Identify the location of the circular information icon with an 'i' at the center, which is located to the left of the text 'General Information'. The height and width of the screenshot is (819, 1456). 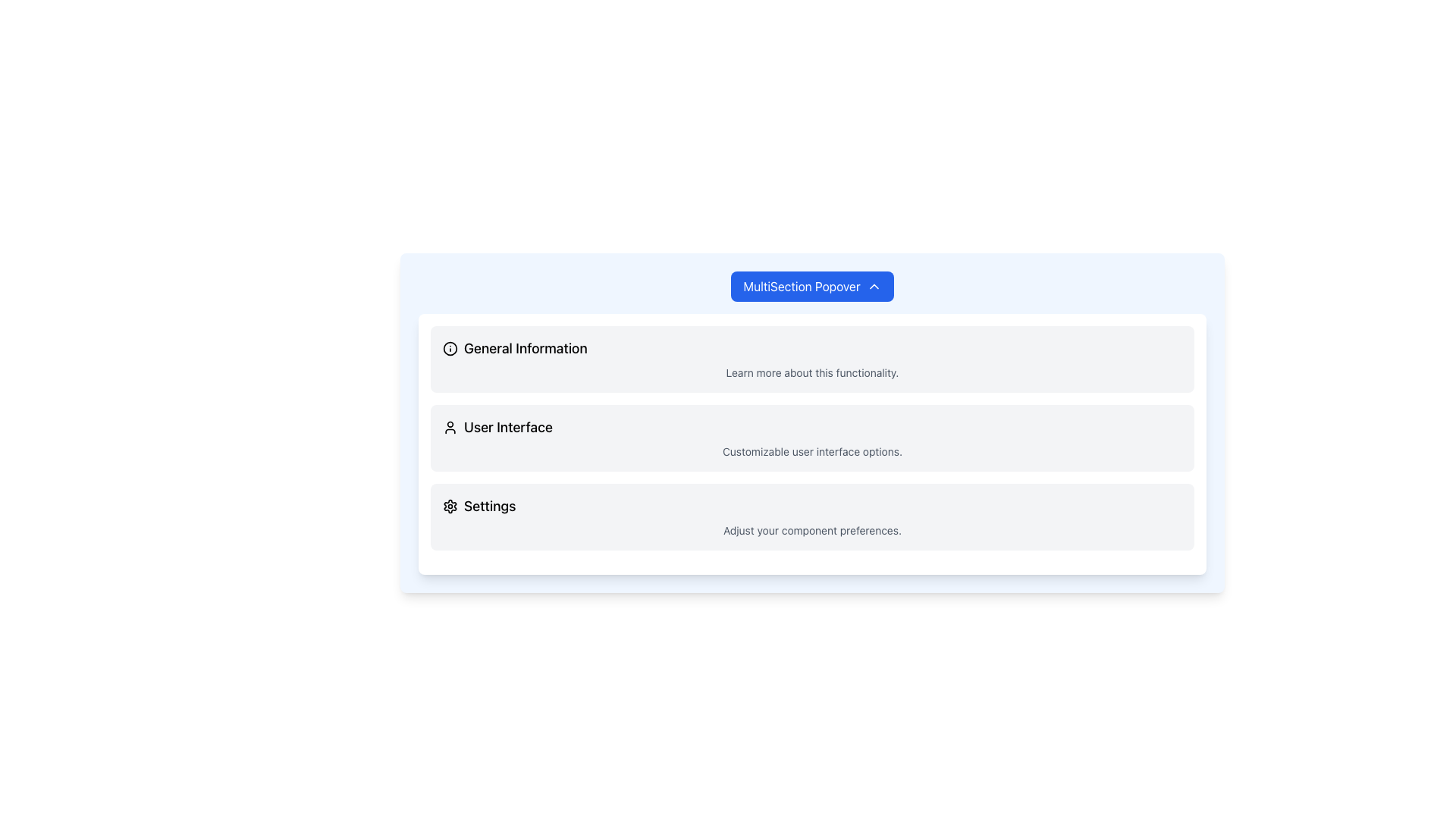
(450, 348).